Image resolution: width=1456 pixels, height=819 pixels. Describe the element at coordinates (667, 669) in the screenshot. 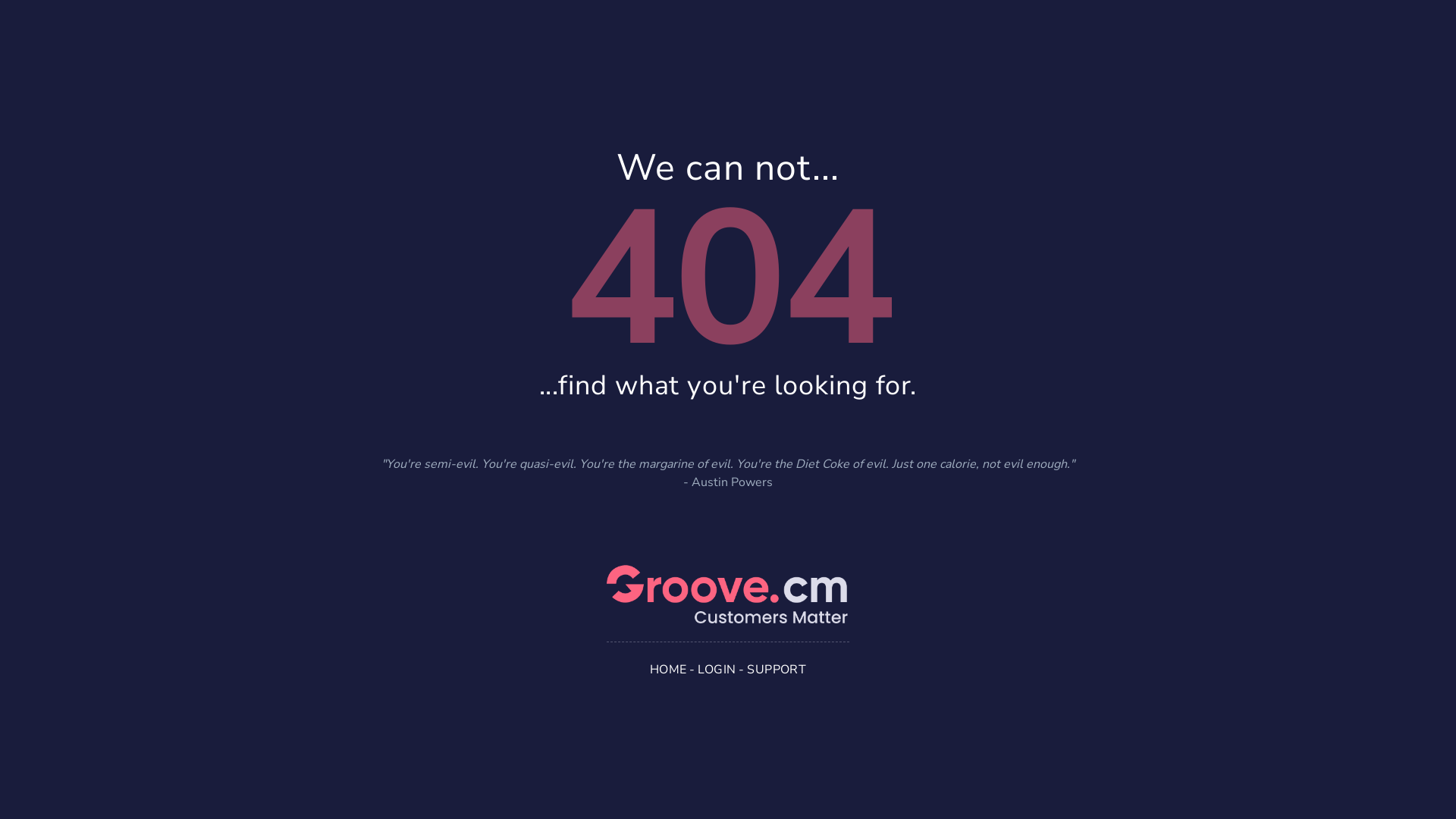

I see `'HOME'` at that location.